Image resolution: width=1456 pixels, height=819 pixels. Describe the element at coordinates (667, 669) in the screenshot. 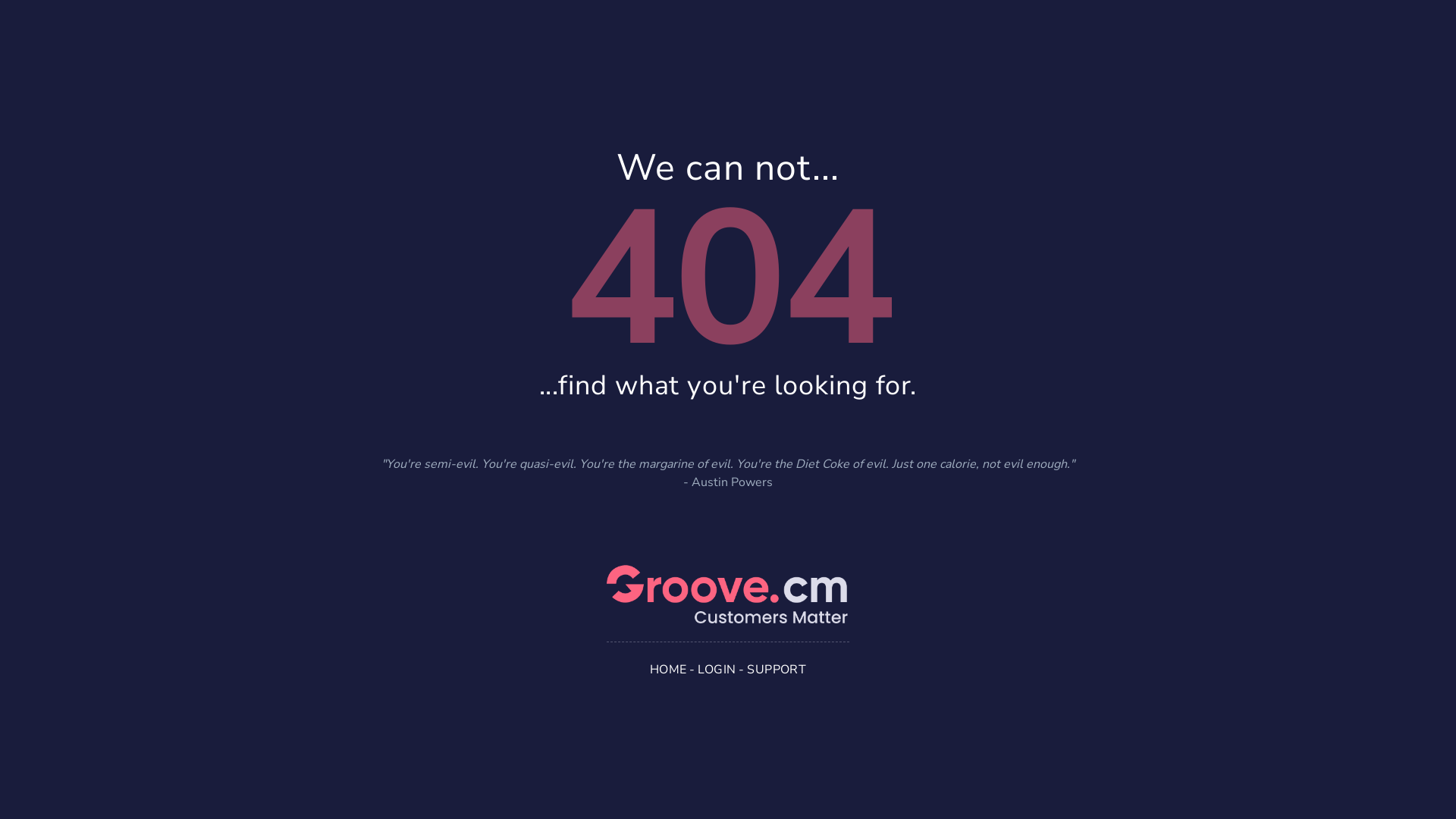

I see `'HOME'` at that location.